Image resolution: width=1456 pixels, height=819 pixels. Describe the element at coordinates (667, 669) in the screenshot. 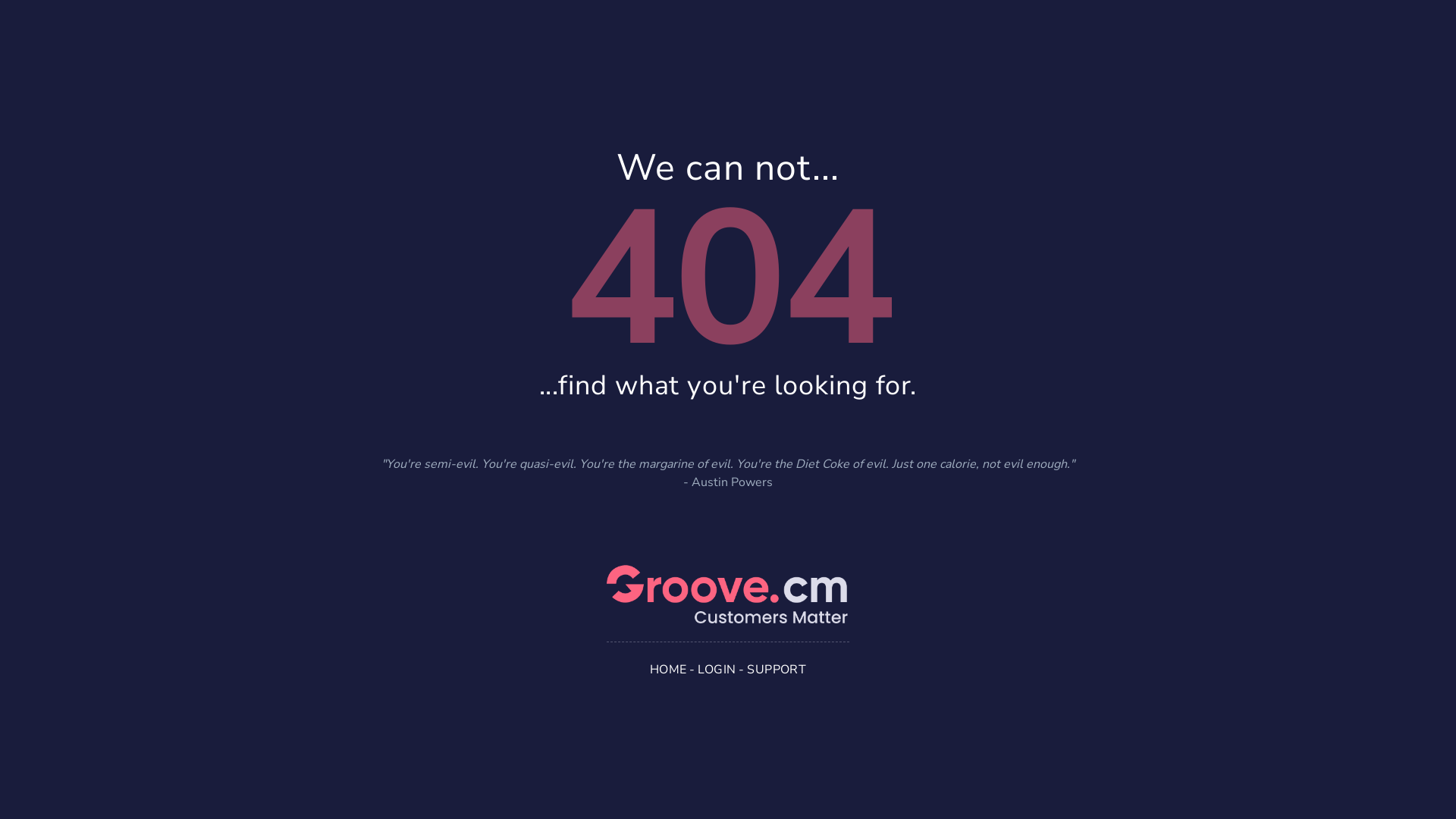

I see `'HOME'` at that location.